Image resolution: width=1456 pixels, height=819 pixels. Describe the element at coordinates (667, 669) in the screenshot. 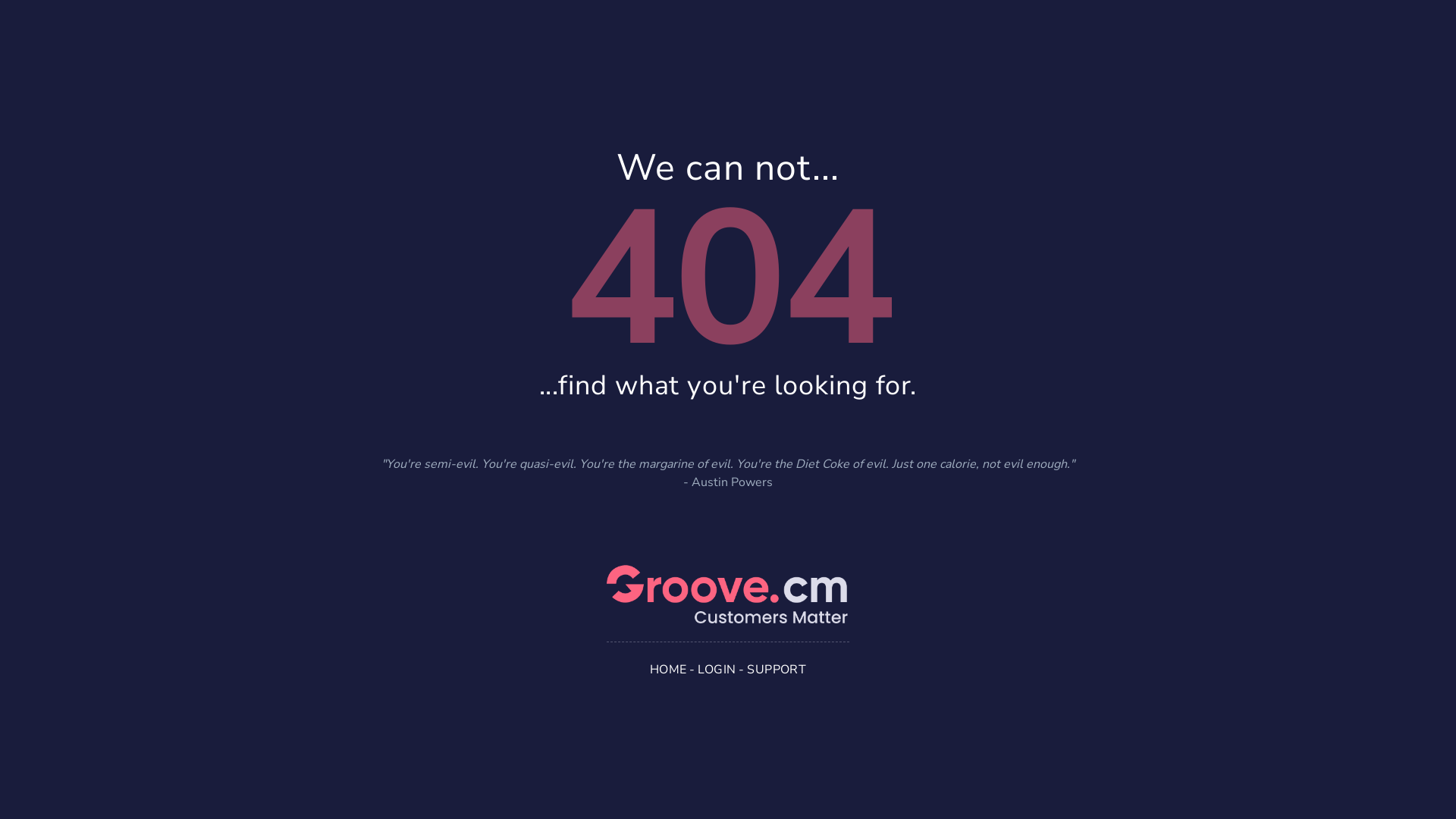

I see `'HOME'` at that location.